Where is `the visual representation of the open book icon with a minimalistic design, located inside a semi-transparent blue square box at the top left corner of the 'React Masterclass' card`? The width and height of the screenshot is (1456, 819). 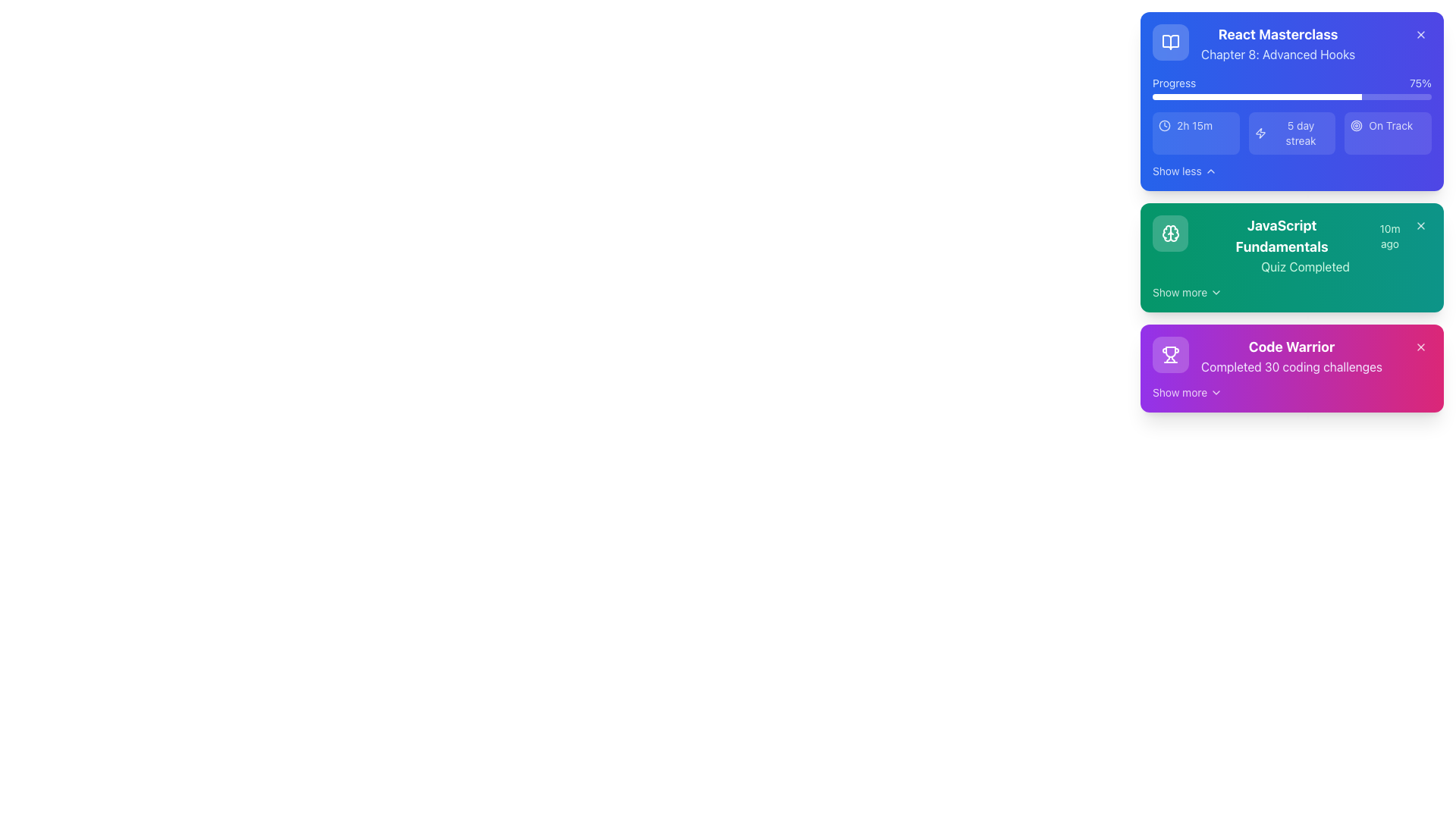
the visual representation of the open book icon with a minimalistic design, located inside a semi-transparent blue square box at the top left corner of the 'React Masterclass' card is located at coordinates (1170, 42).